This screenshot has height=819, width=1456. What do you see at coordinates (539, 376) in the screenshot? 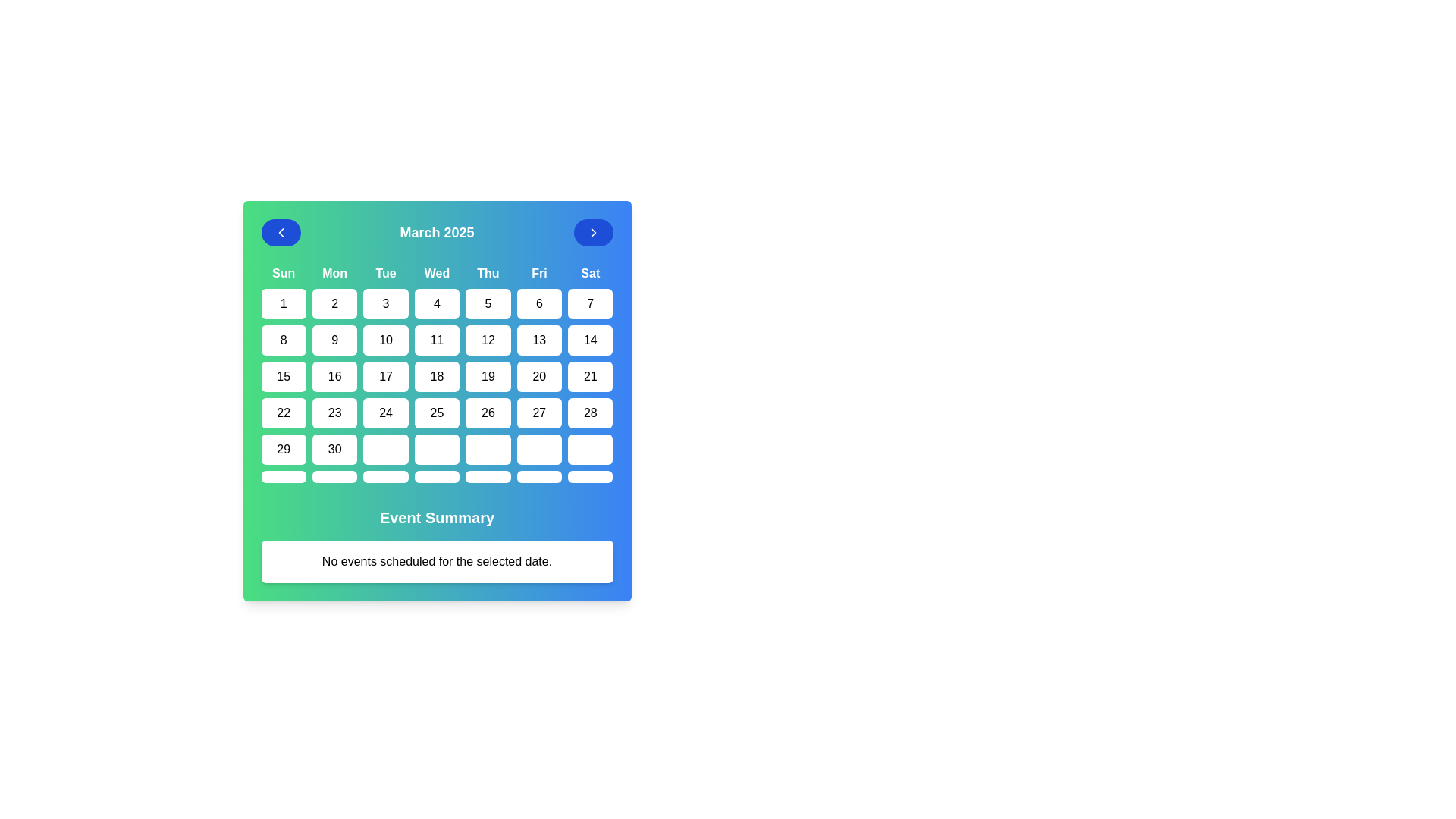
I see `the button labeled '20' located in the fourth row and sixth column of the calendar grid` at bounding box center [539, 376].